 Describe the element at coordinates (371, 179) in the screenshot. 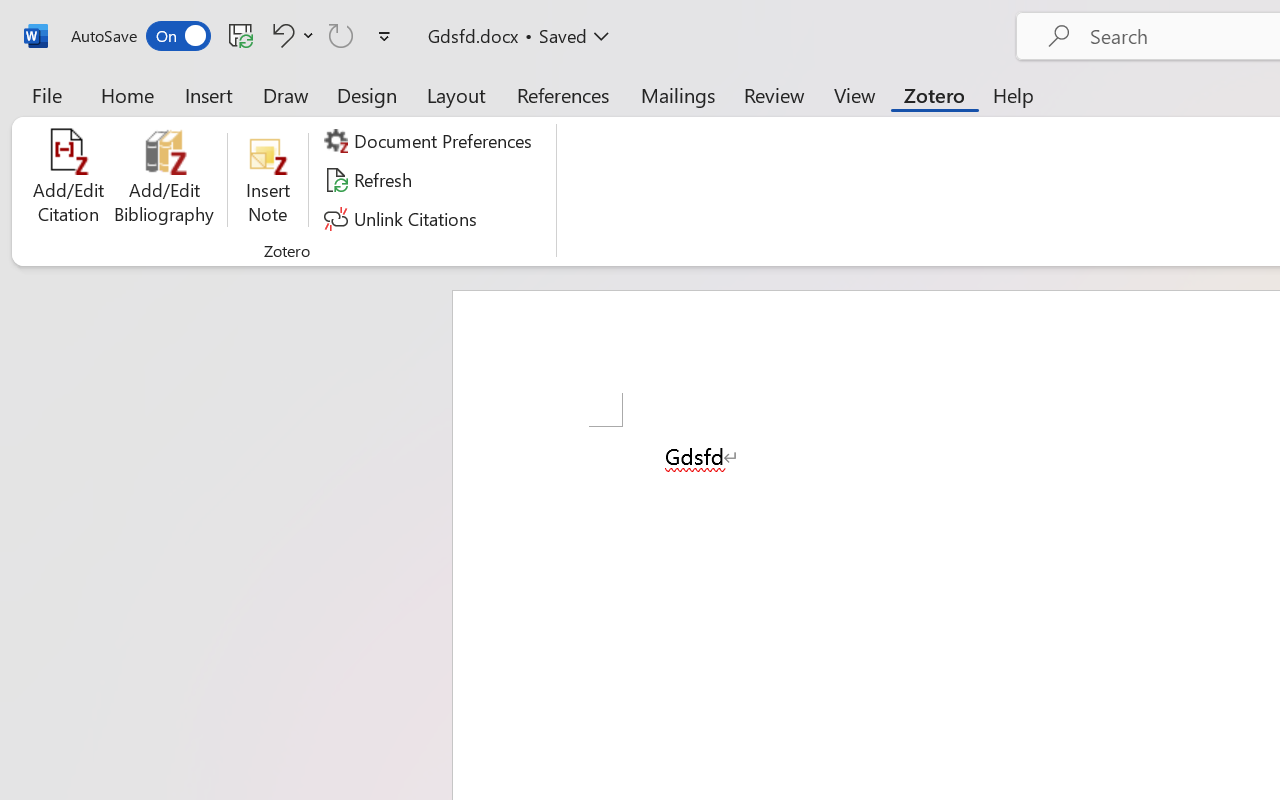

I see `'Refresh'` at that location.